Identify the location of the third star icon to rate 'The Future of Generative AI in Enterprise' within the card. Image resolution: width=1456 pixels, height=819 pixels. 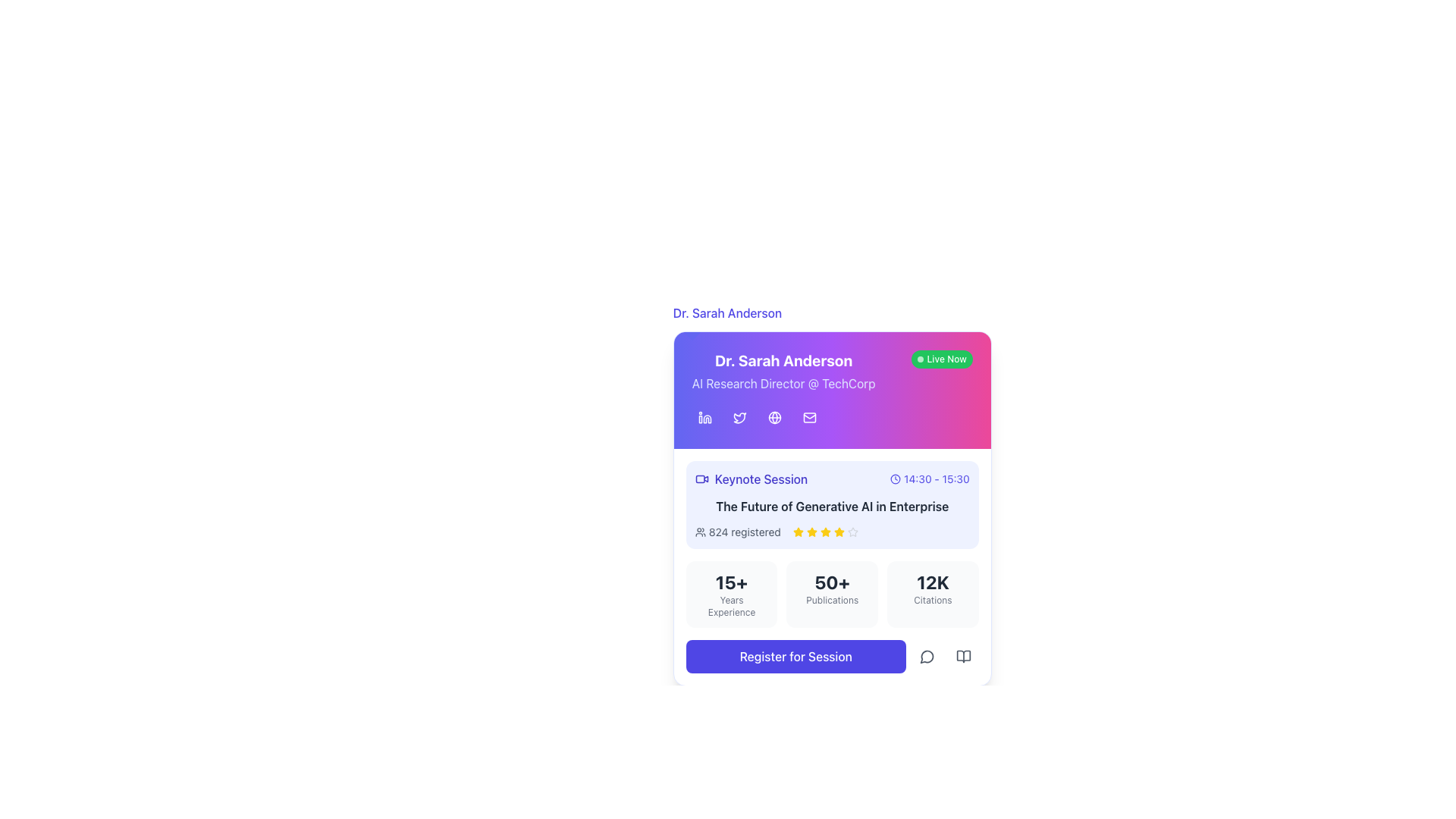
(824, 531).